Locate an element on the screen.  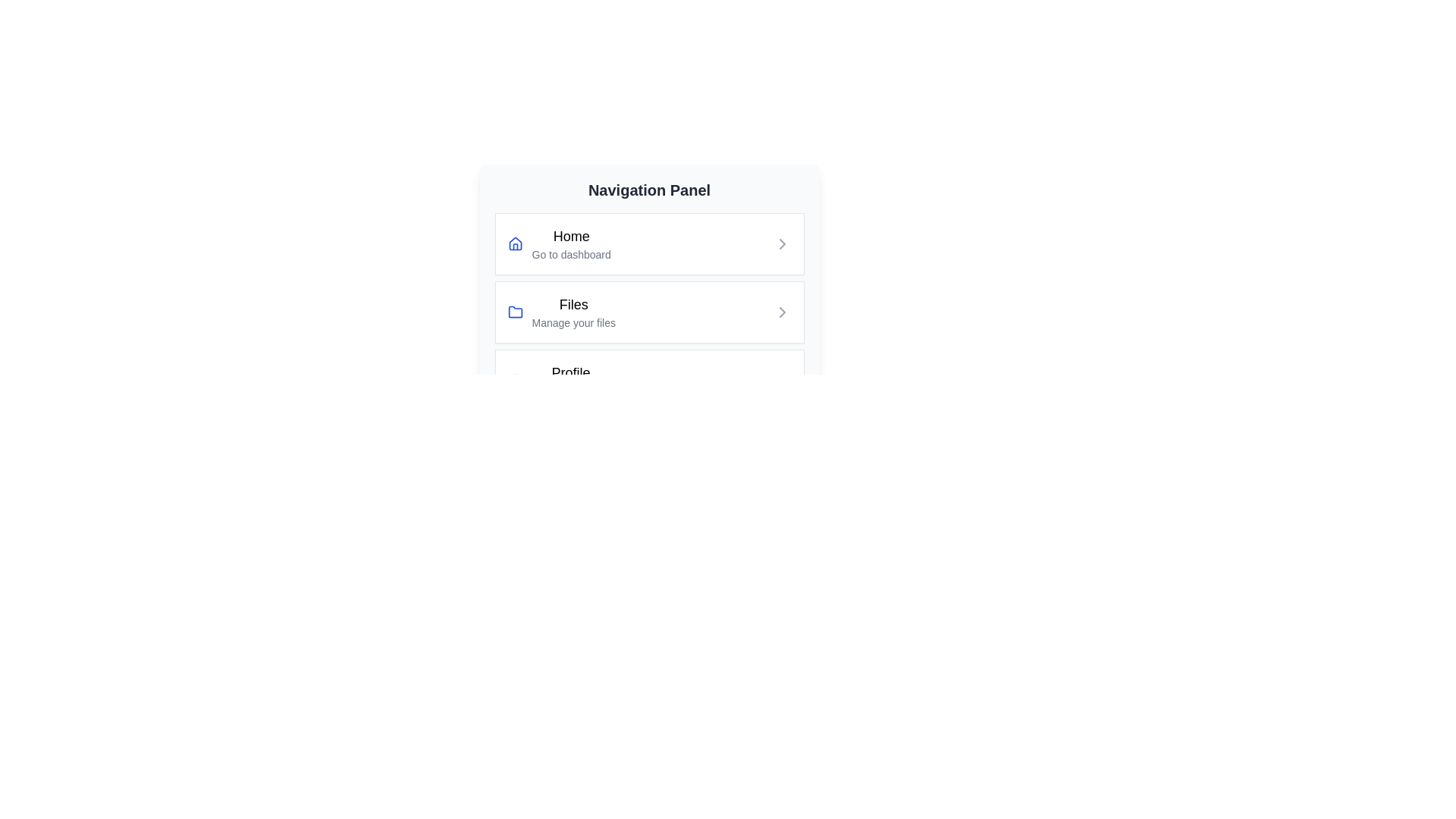
the blue folder icon located to the left of the 'Files' label in the navigation menu is located at coordinates (515, 312).